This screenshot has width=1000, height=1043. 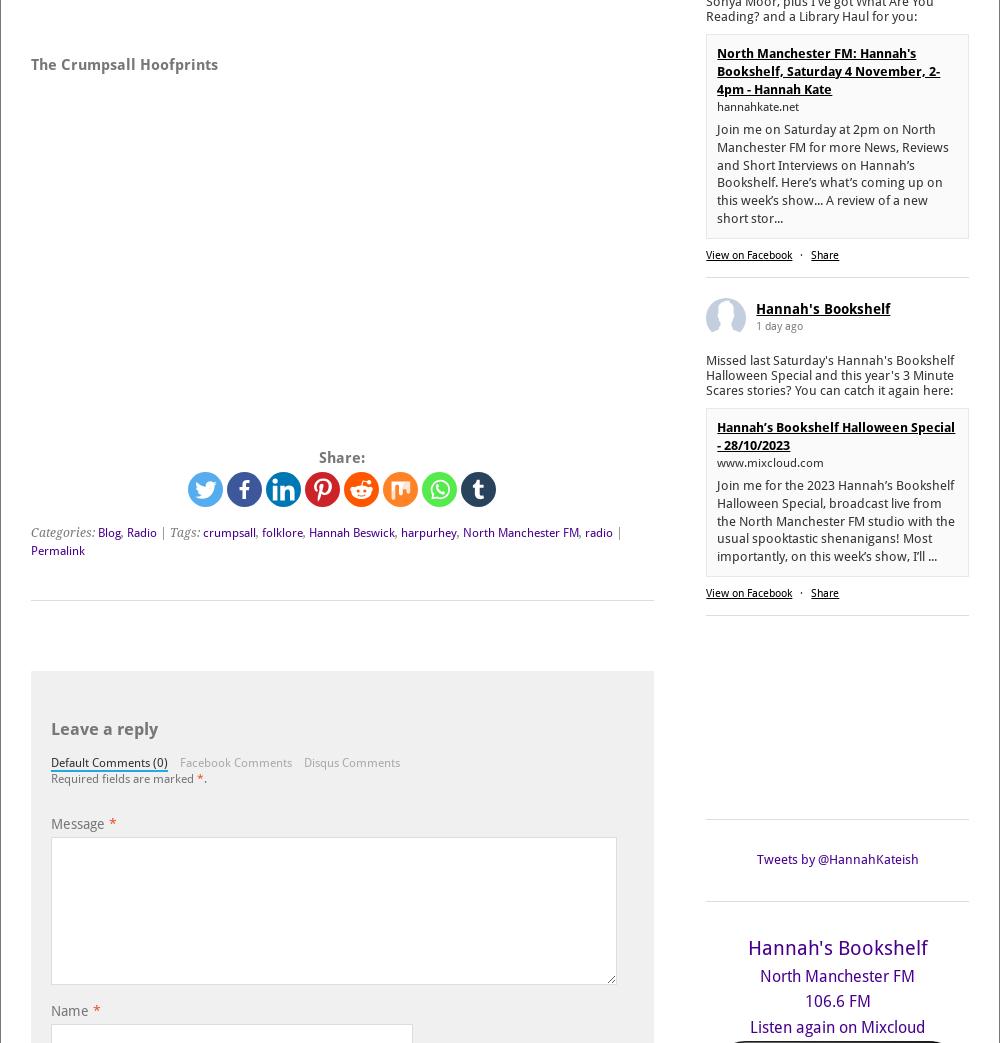 What do you see at coordinates (262, 532) in the screenshot?
I see `'folklore'` at bounding box center [262, 532].